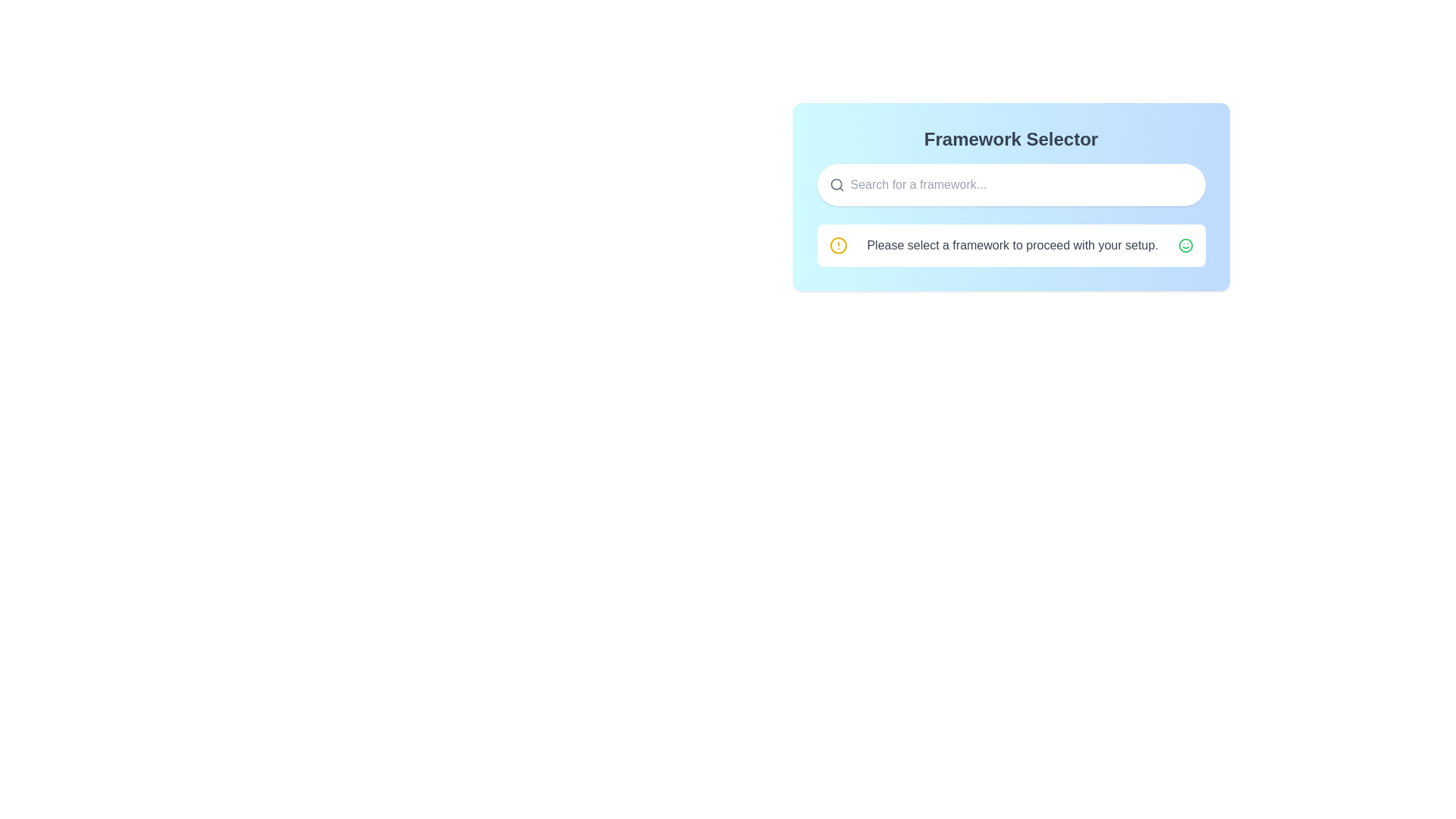 This screenshot has height=819, width=1456. What do you see at coordinates (836, 184) in the screenshot?
I see `the search icon located at the leftmost part of the input group, which indicates the search functionality` at bounding box center [836, 184].